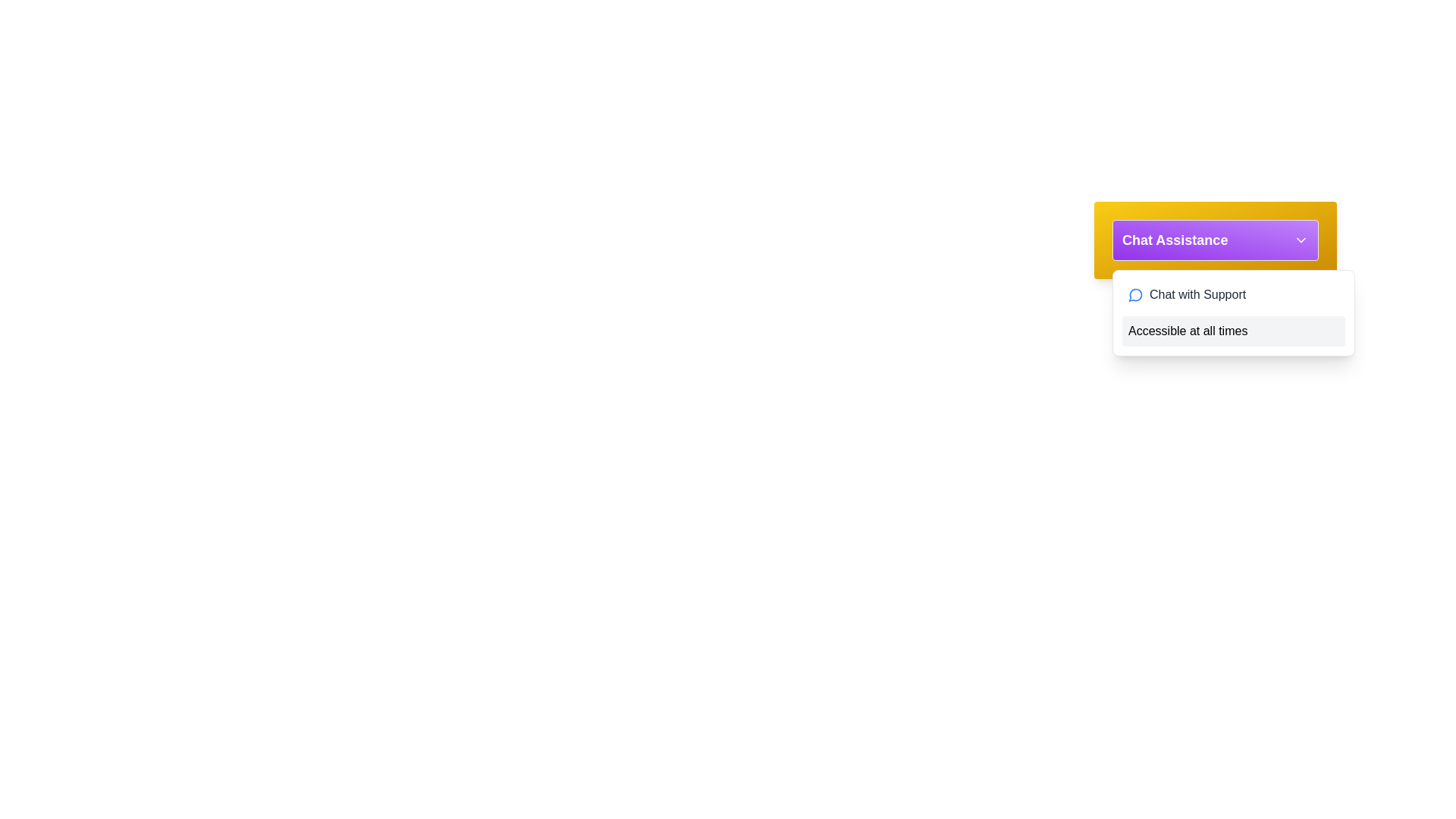 The image size is (1456, 819). I want to click on the 'Chat Assistance' dropdown button, which is a rounded rectangular component with a gradient background and contains white bold text along with a downward-pointing chevron icon, so click(1216, 239).